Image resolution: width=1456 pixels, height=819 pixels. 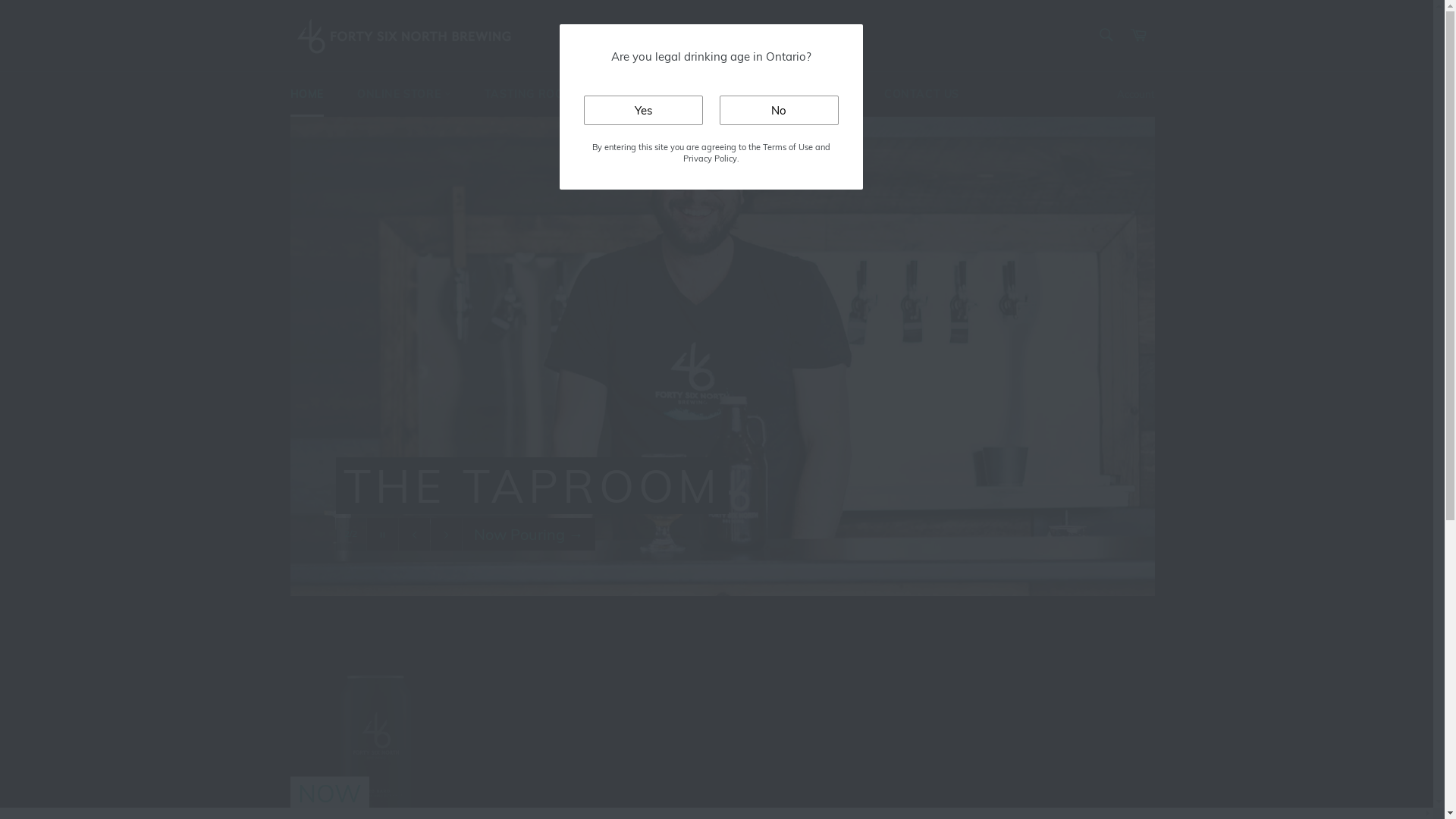 I want to click on 'ONLINE STORE', so click(x=403, y=94).